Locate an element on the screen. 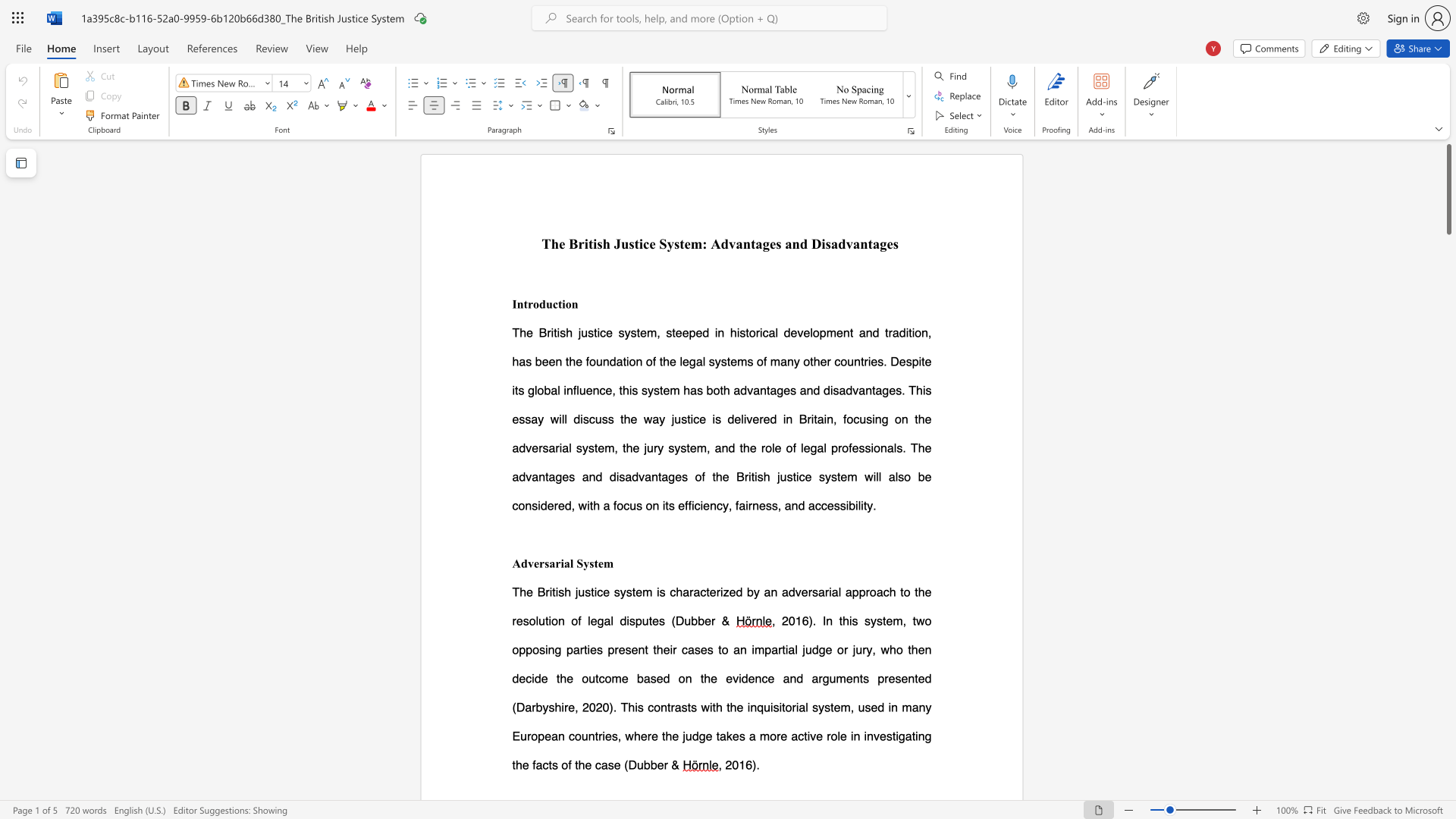 Image resolution: width=1456 pixels, height=819 pixels. the 2th character "t" in the text is located at coordinates (559, 304).